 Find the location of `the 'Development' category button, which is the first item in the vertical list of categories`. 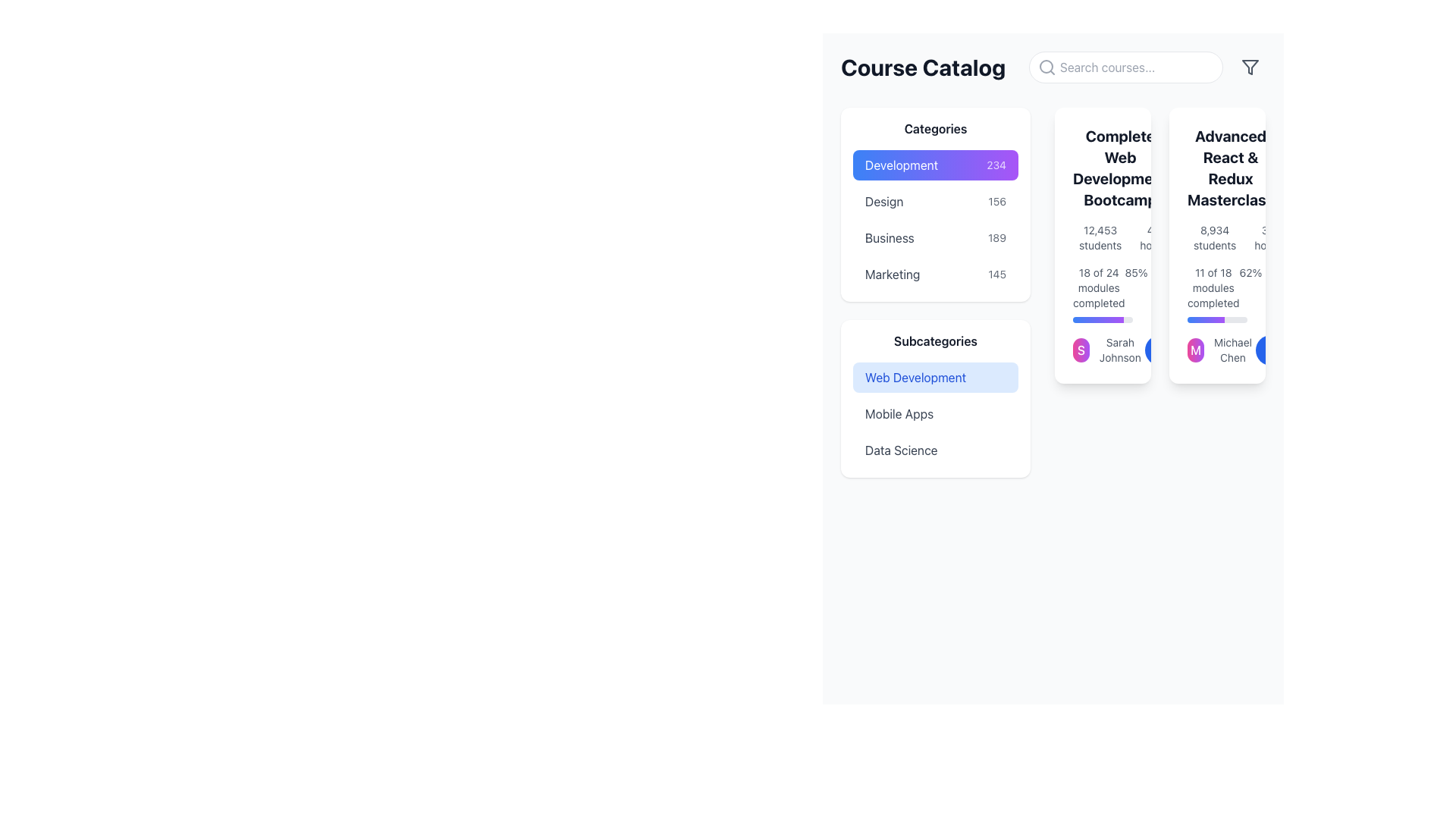

the 'Development' category button, which is the first item in the vertical list of categories is located at coordinates (934, 165).